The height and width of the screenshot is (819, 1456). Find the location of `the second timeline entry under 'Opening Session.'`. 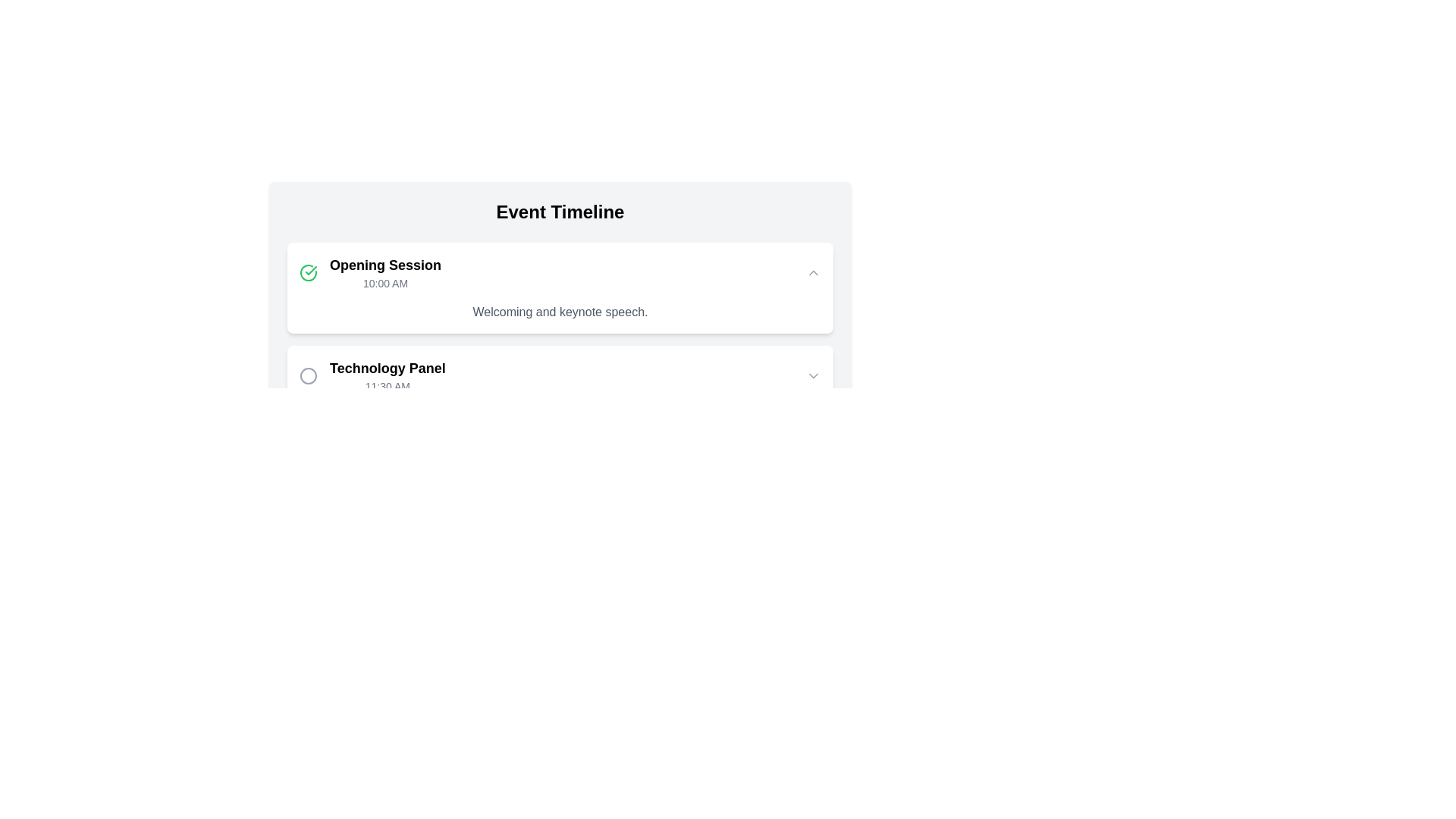

the second timeline entry under 'Opening Session.' is located at coordinates (560, 375).